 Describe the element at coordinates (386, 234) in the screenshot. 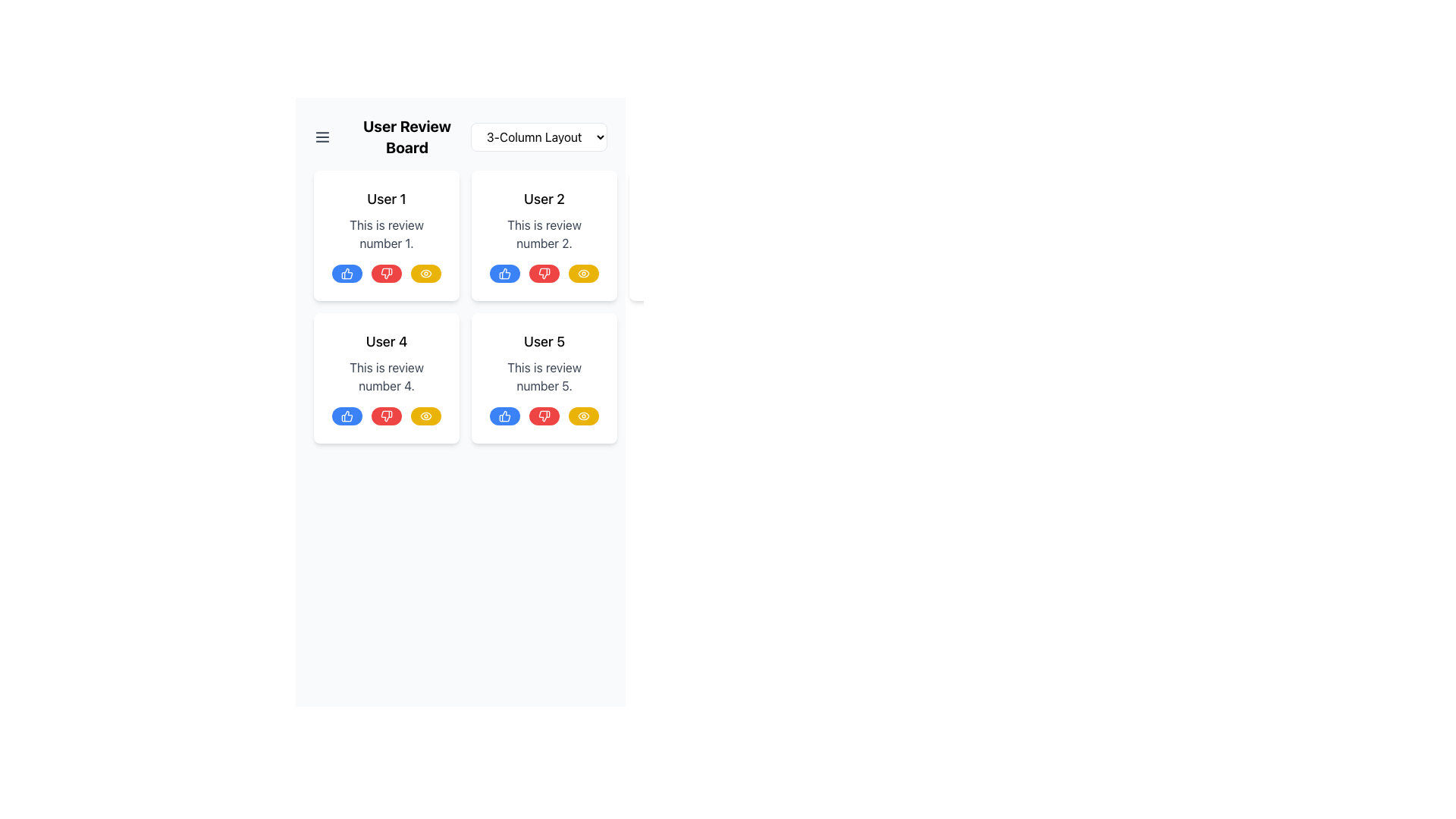

I see `the text block that provides a user review, located below the heading 'User 1' in the top-left card of the 3-column review layout grid` at that location.